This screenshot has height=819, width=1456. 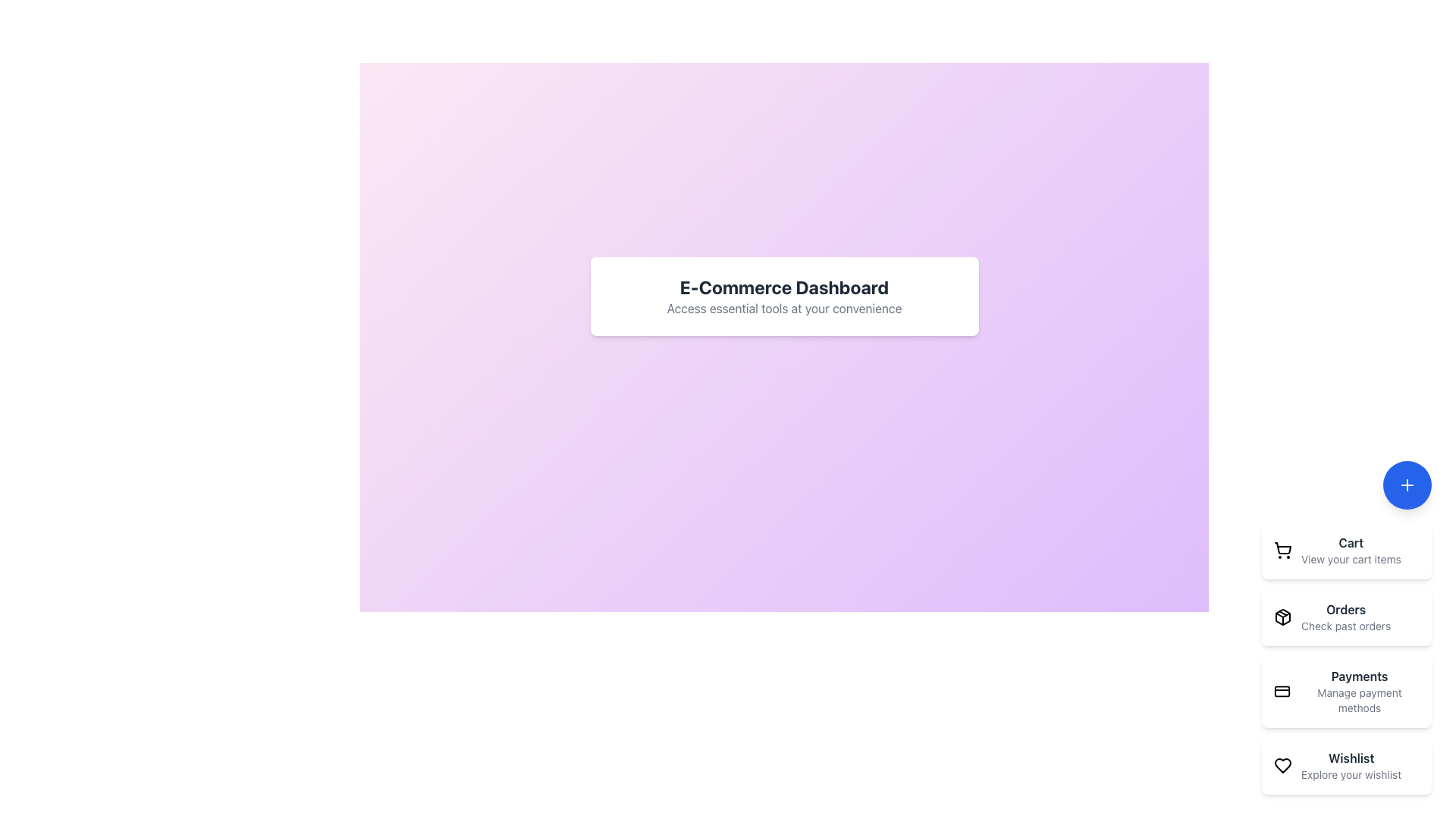 I want to click on the second interactive card titled 'Orders', which is identified by a white rectangular card with a black package icon on the left and the text 'Orders' in bold dark gray followed by 'Check past orders' in light gray, so click(x=1347, y=617).